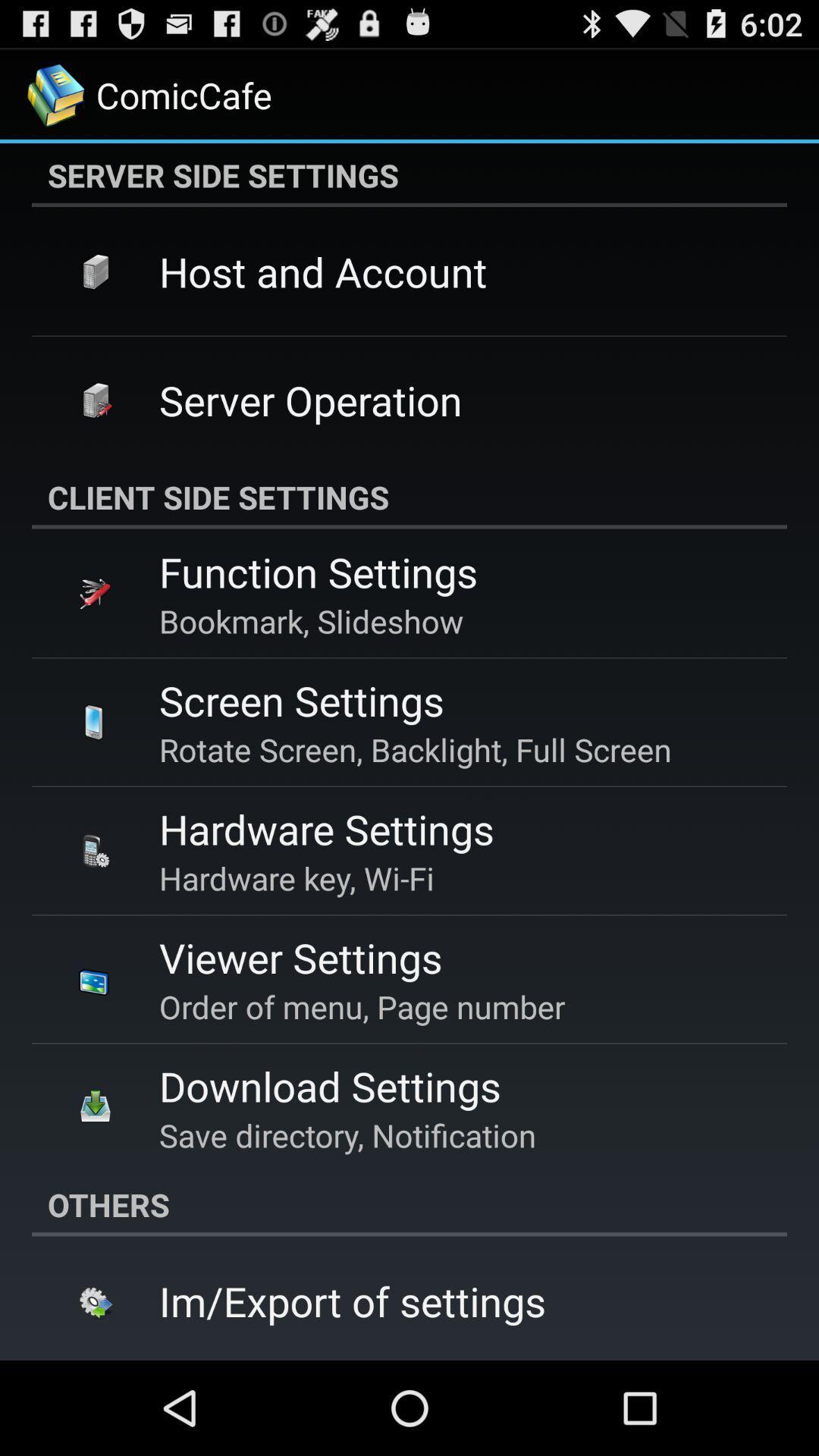 The height and width of the screenshot is (1456, 819). I want to click on download settings, so click(329, 1085).